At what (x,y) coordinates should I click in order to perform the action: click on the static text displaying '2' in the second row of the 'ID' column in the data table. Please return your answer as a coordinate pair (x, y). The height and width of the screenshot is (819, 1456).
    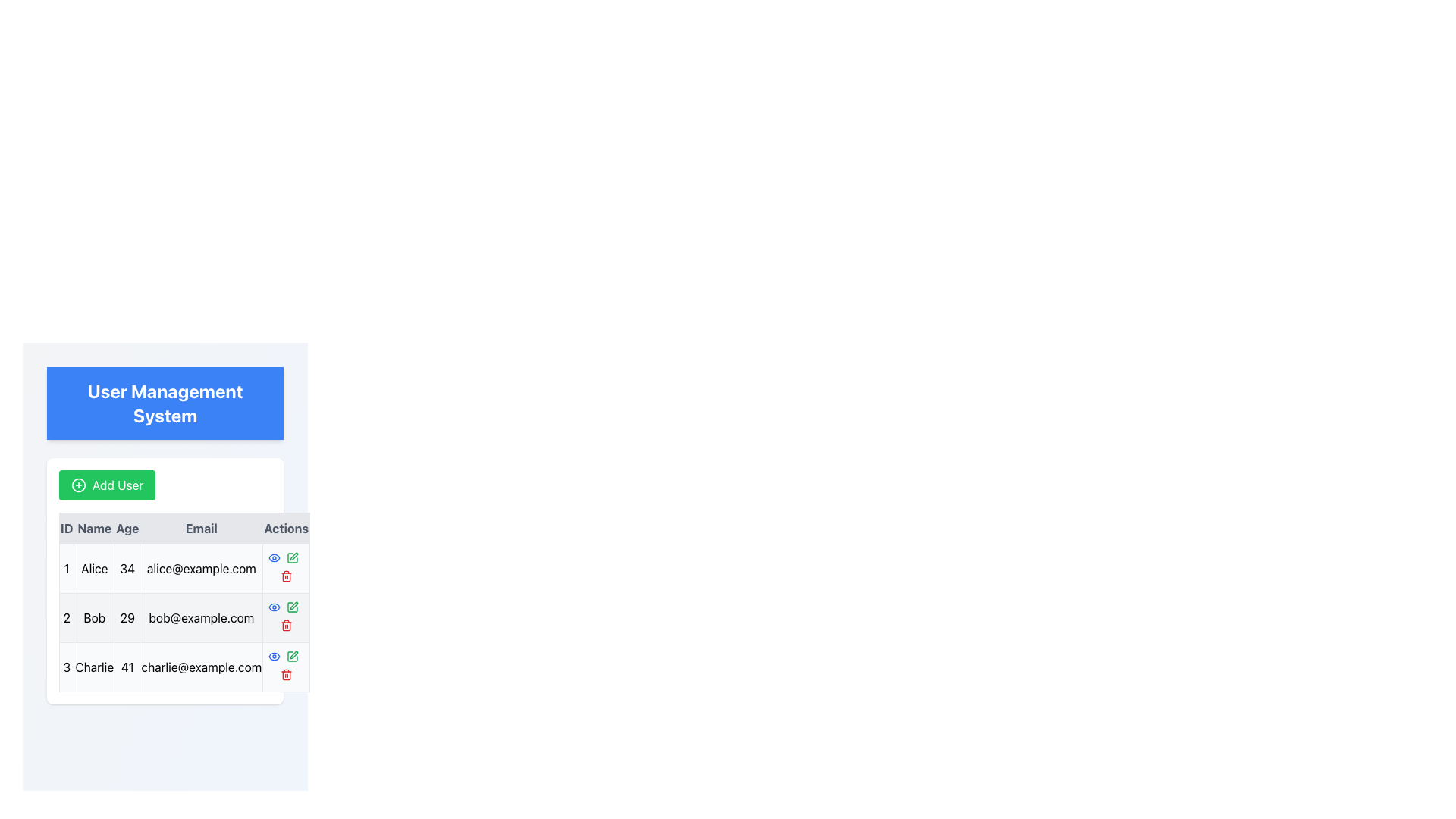
    Looking at the image, I should click on (66, 617).